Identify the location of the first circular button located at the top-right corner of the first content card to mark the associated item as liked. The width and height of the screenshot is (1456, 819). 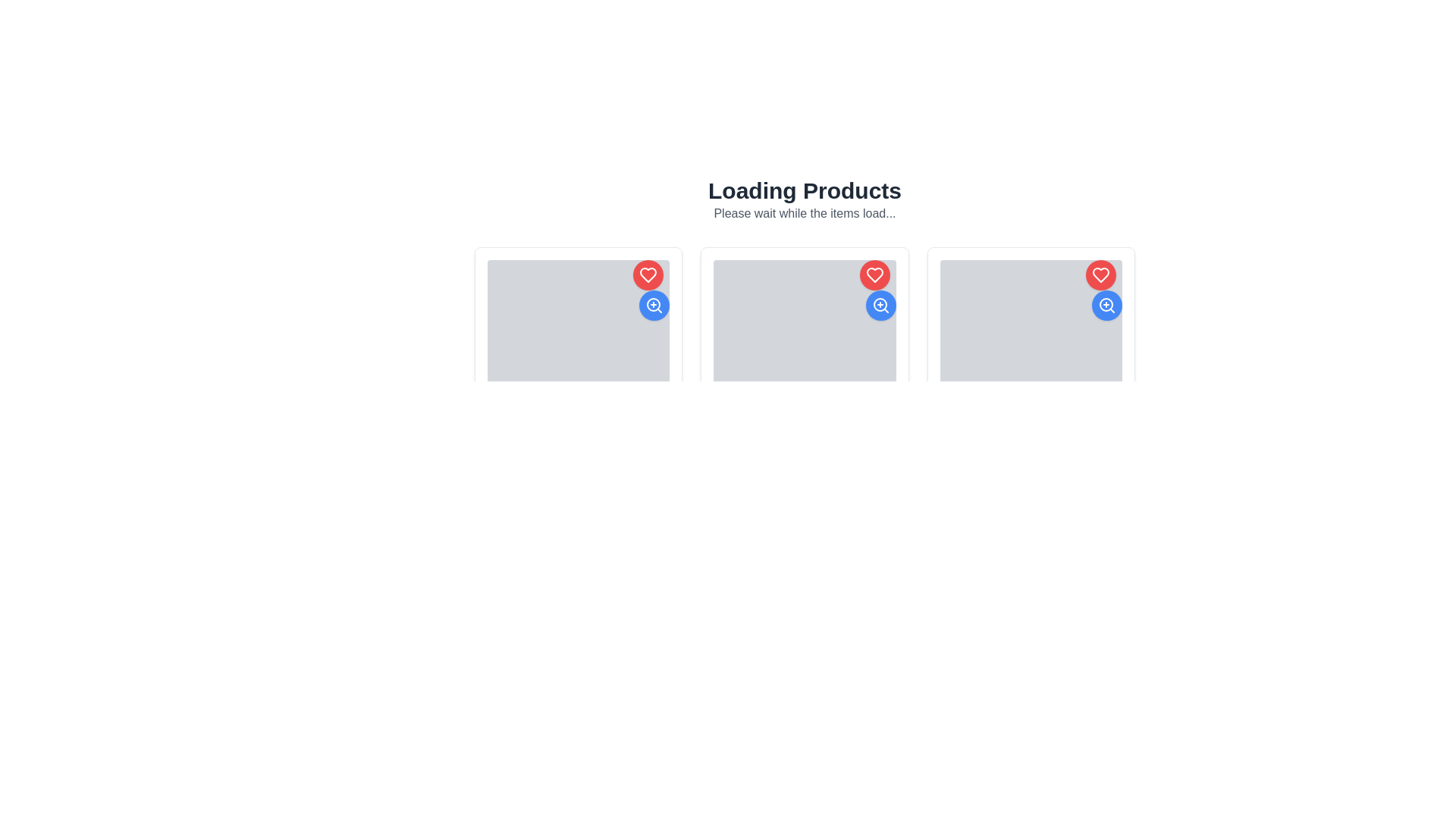
(648, 275).